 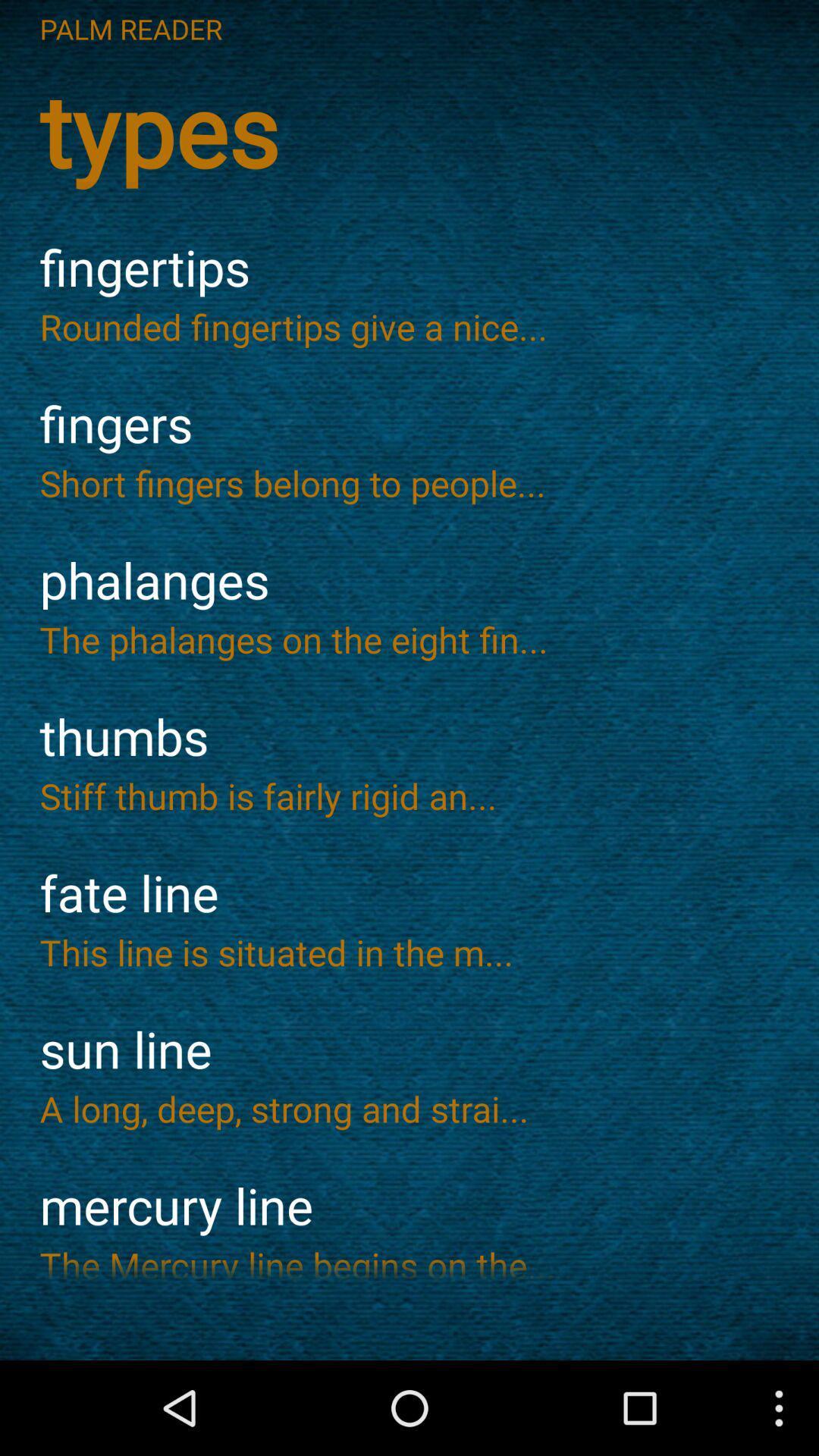 What do you see at coordinates (409, 1109) in the screenshot?
I see `a long deep app` at bounding box center [409, 1109].